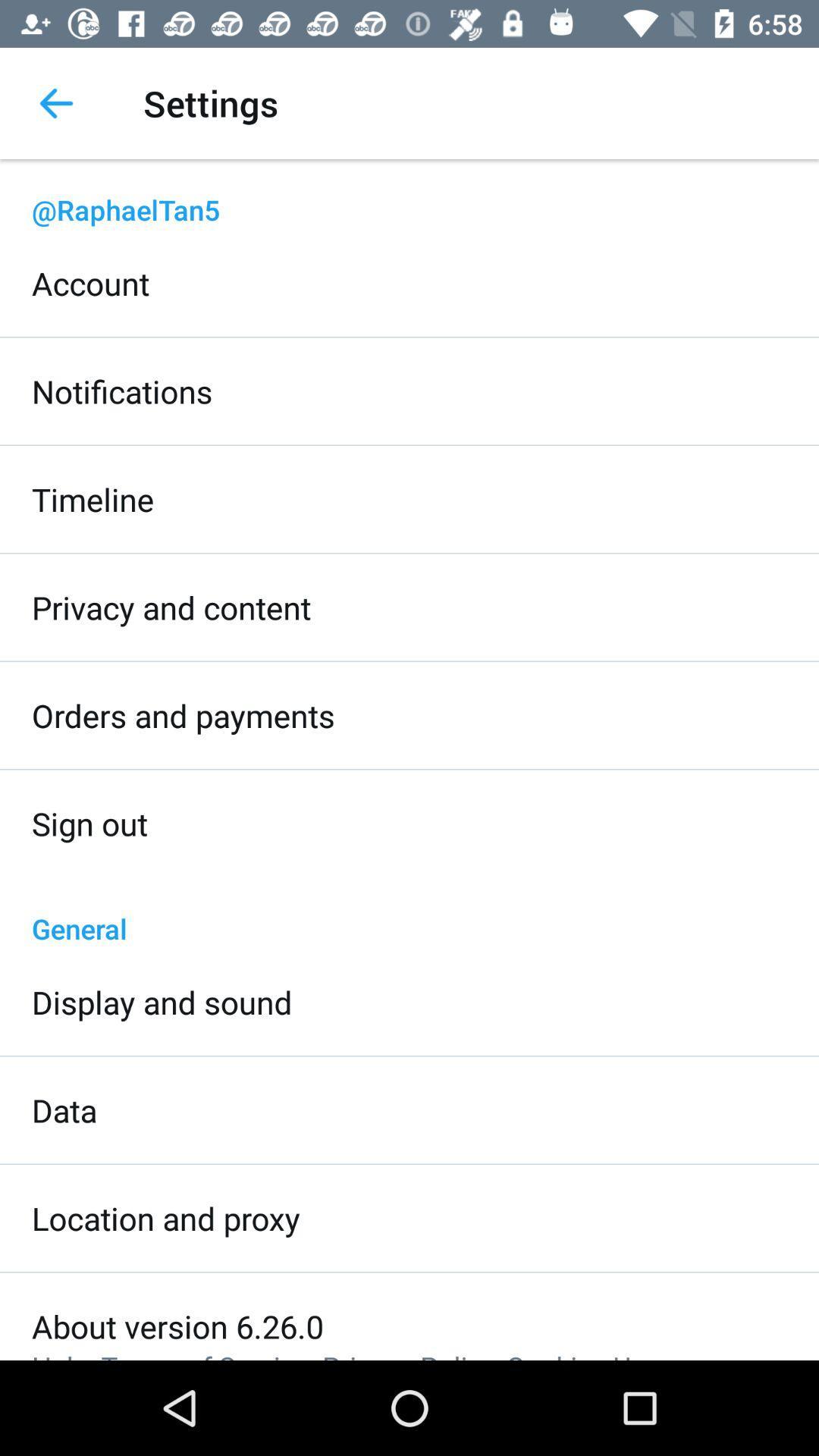 The image size is (819, 1456). What do you see at coordinates (93, 499) in the screenshot?
I see `the item above privacy and content` at bounding box center [93, 499].